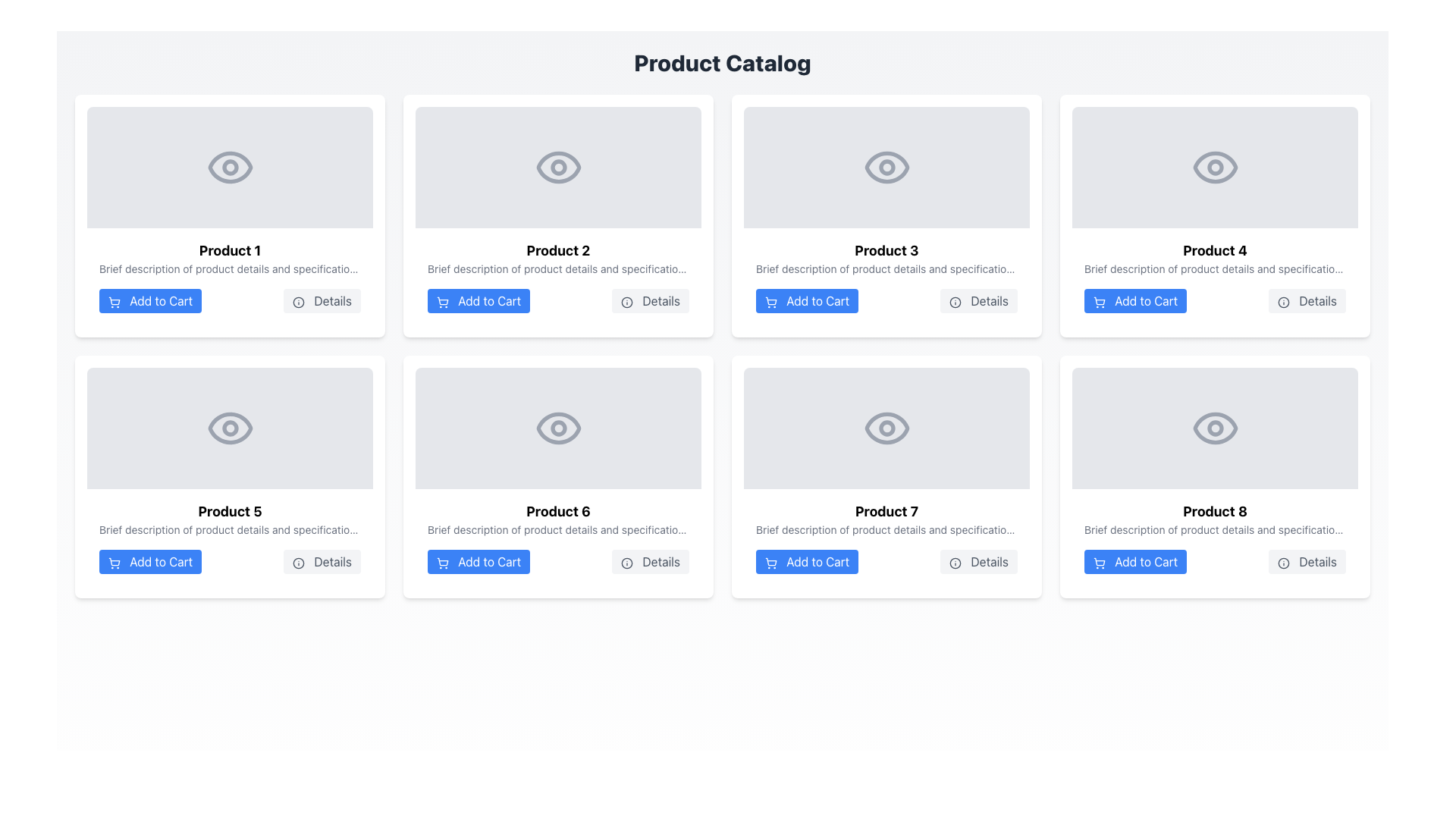 The width and height of the screenshot is (1456, 819). What do you see at coordinates (113, 562) in the screenshot?
I see `the shopping cart icon within the 'Add to Cart' button for 'Product 5', which has a blue background and white text` at bounding box center [113, 562].